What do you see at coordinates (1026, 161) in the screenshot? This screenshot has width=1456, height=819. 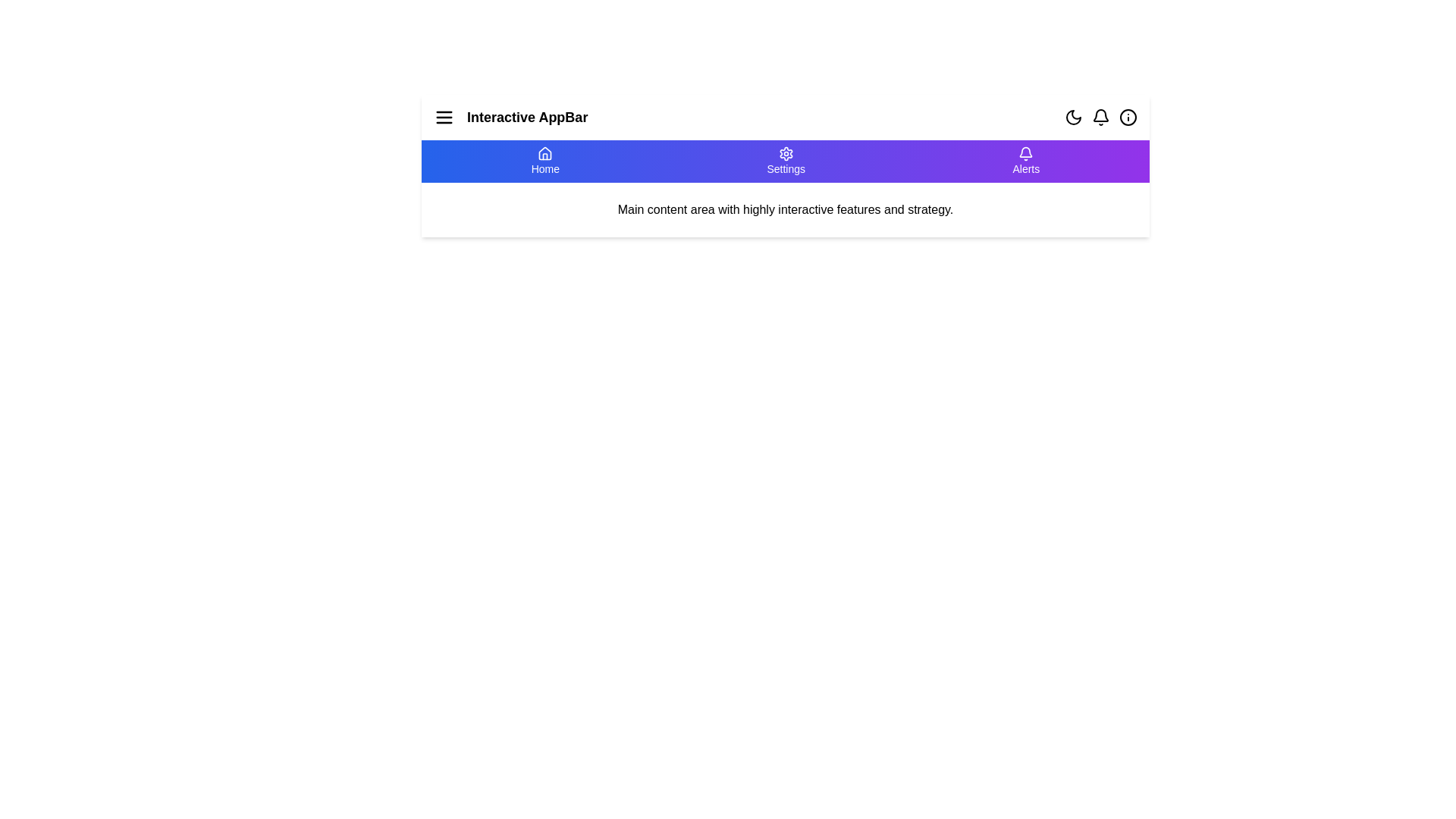 I see `the 'Alerts' button in the navigation bar` at bounding box center [1026, 161].